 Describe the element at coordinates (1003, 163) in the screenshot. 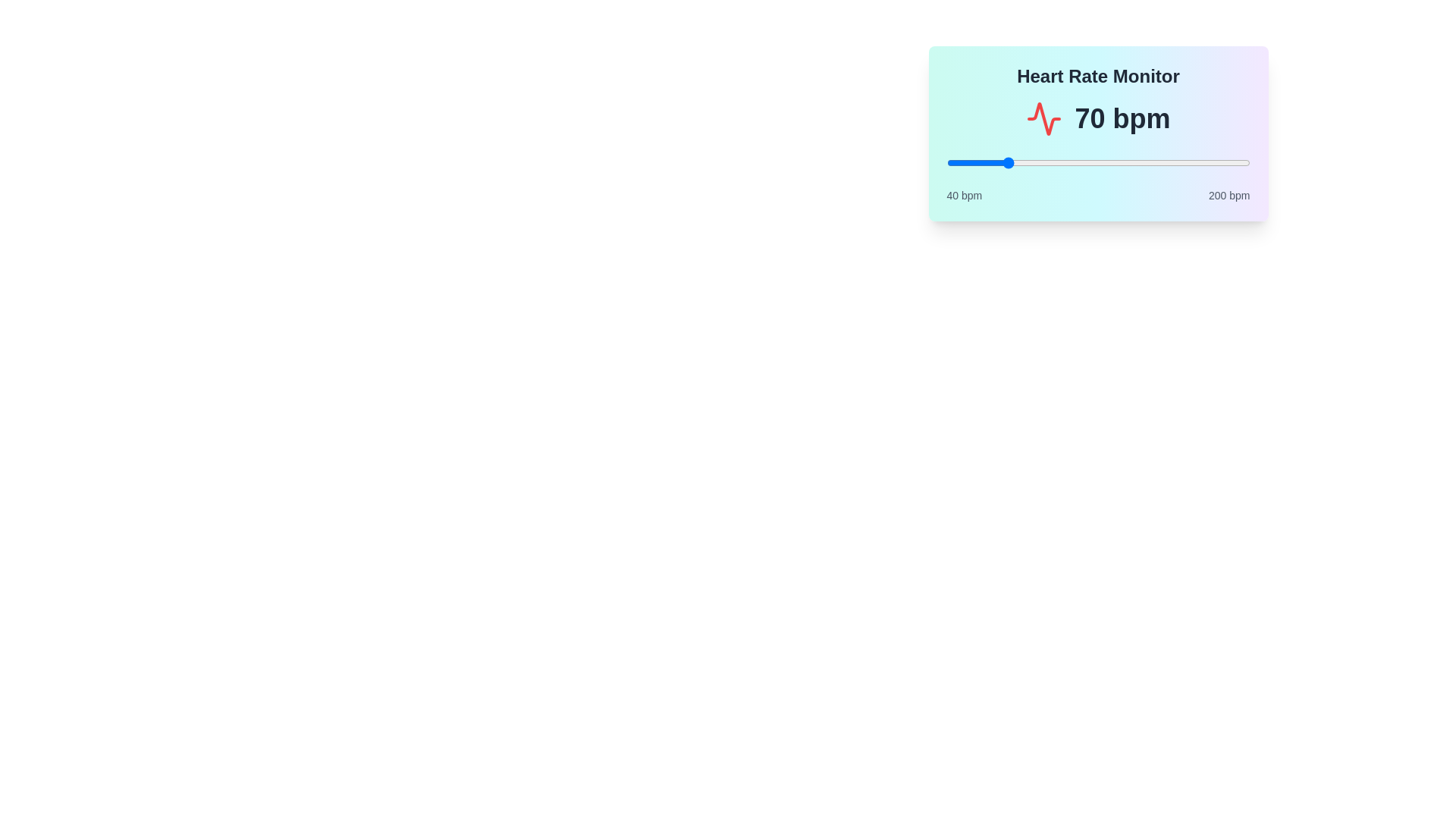

I see `the slider to set the heart rate to 70 bpm` at that location.